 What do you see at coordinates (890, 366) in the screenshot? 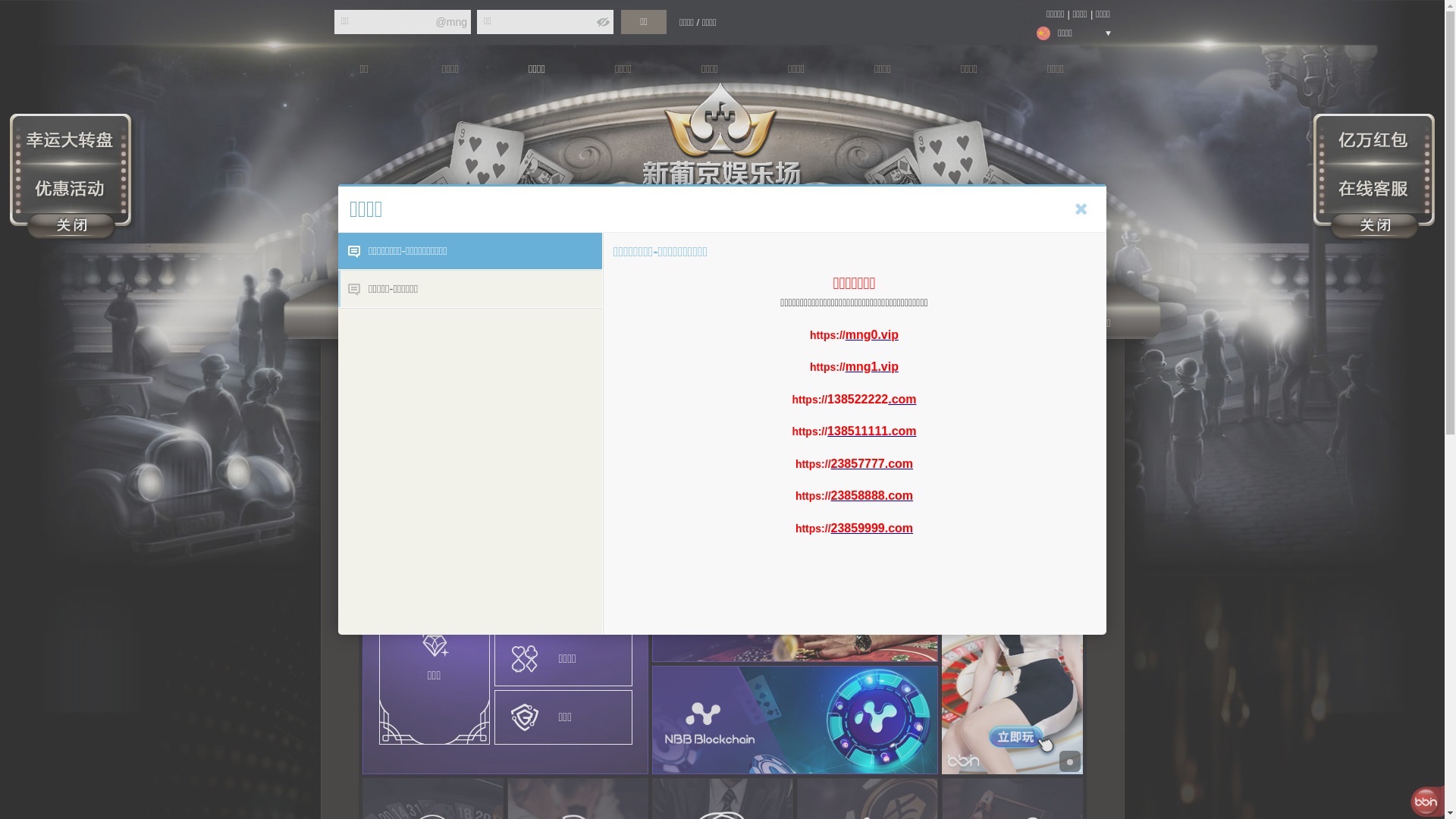
I see `'vip'` at bounding box center [890, 366].